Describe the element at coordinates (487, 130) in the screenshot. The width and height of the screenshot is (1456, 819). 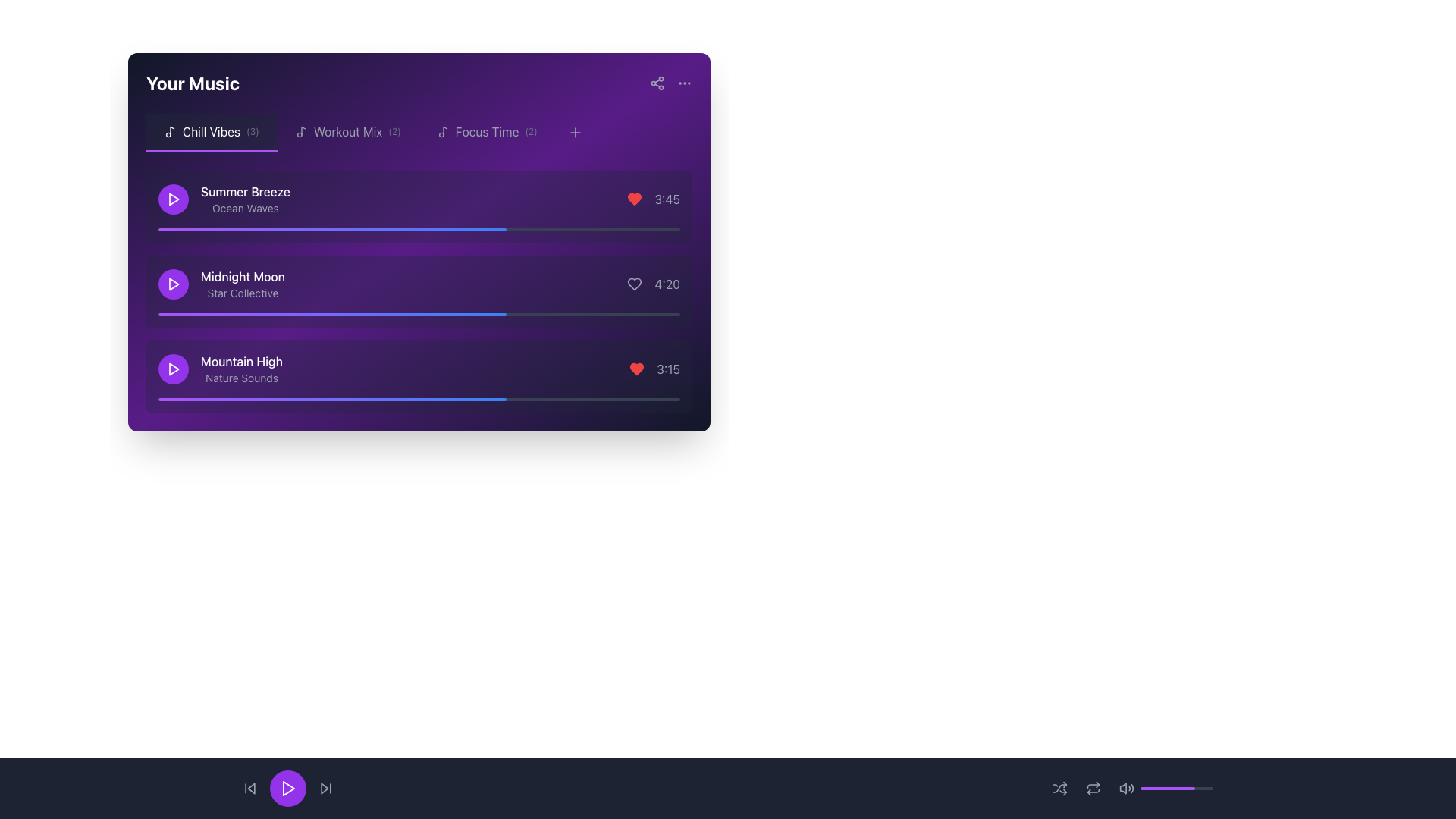
I see `the 'Focus Time' tab, which is the third tab in the horizontal list of selectable tabs located at the top-right of the main interface` at that location.